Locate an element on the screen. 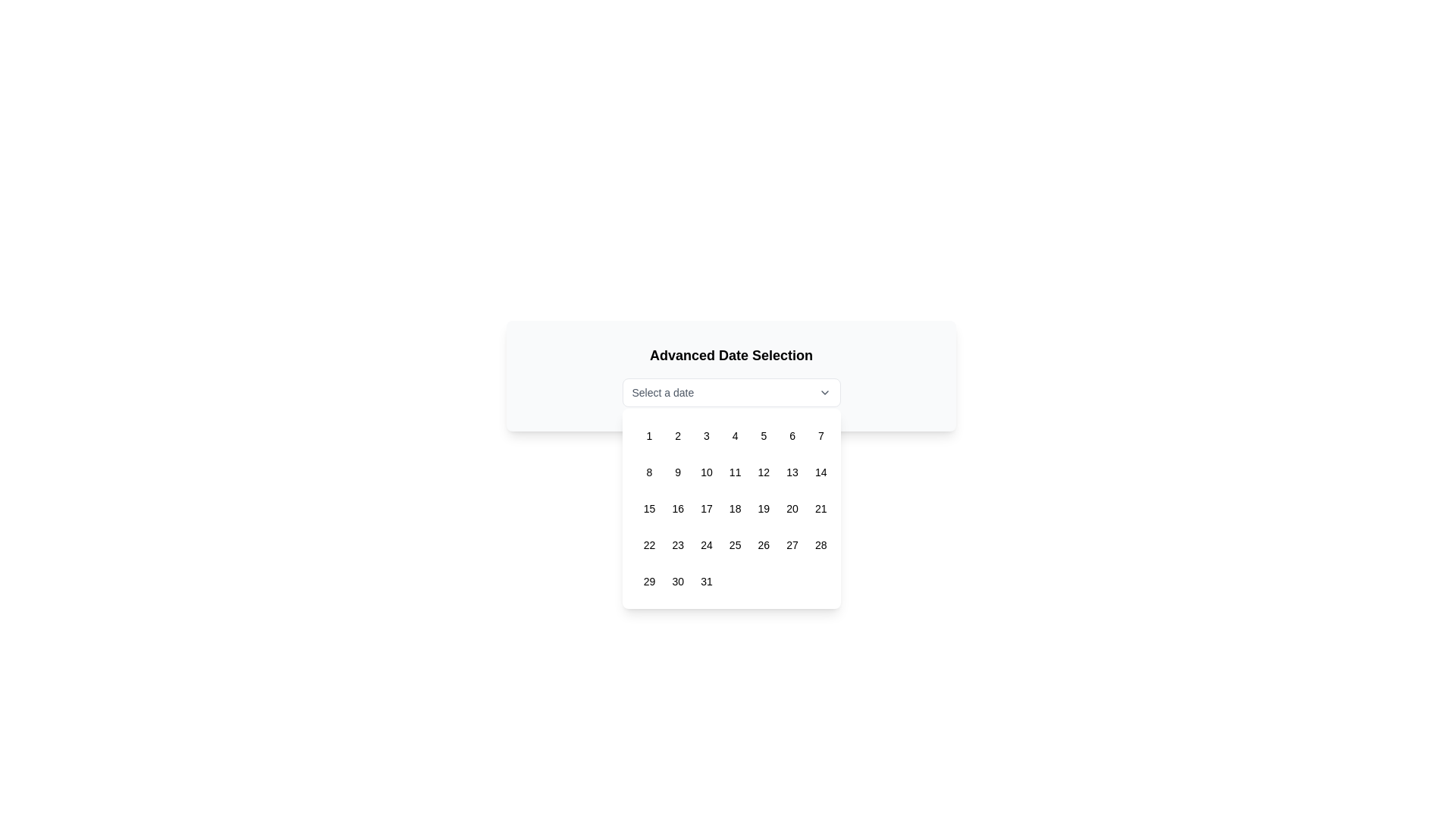 Image resolution: width=1456 pixels, height=819 pixels. the downward-pointing chevron icon located at the top-right corner of the 'Select a date' text box to receive visual feedback is located at coordinates (824, 391).